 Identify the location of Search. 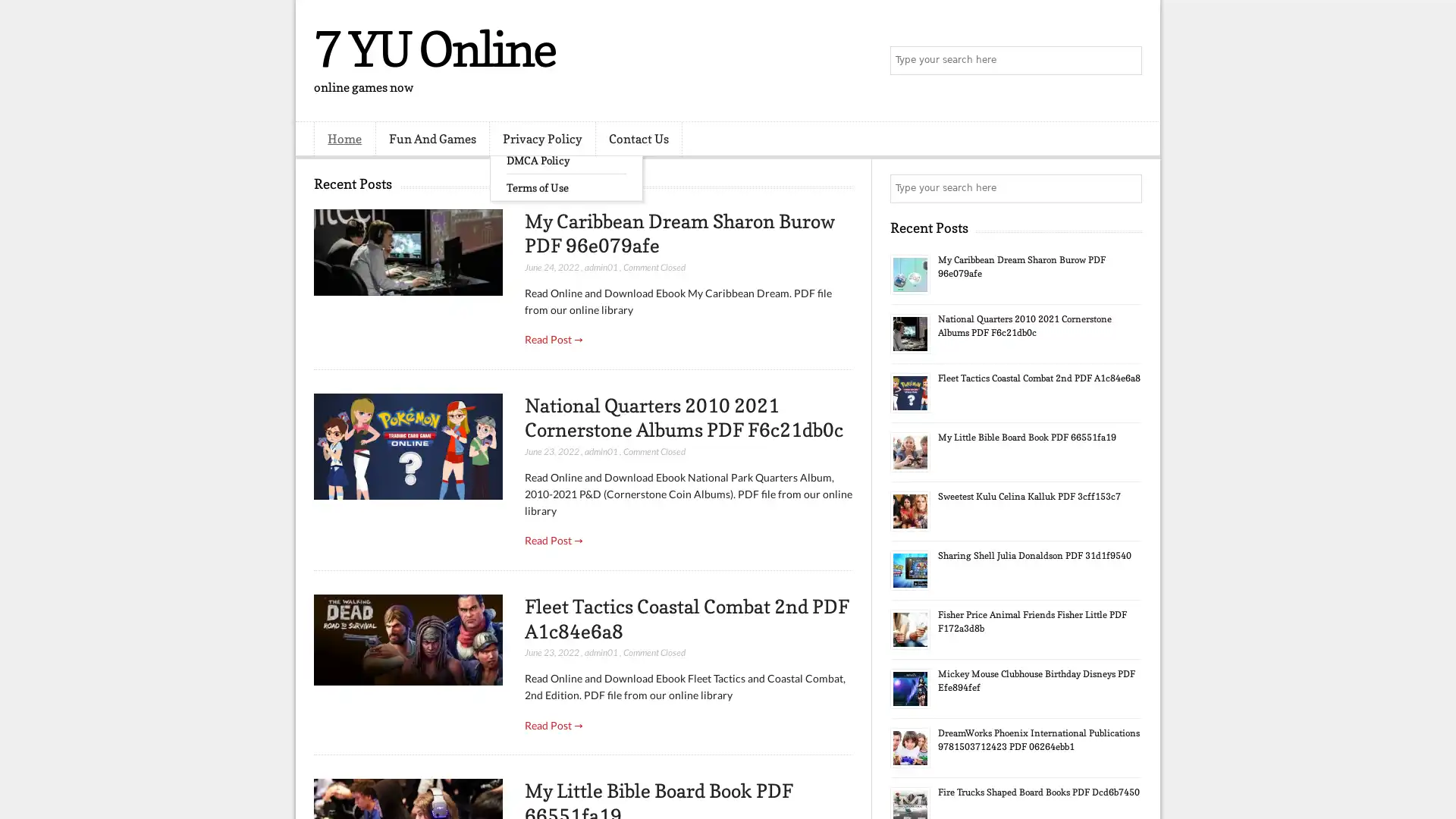
(1126, 188).